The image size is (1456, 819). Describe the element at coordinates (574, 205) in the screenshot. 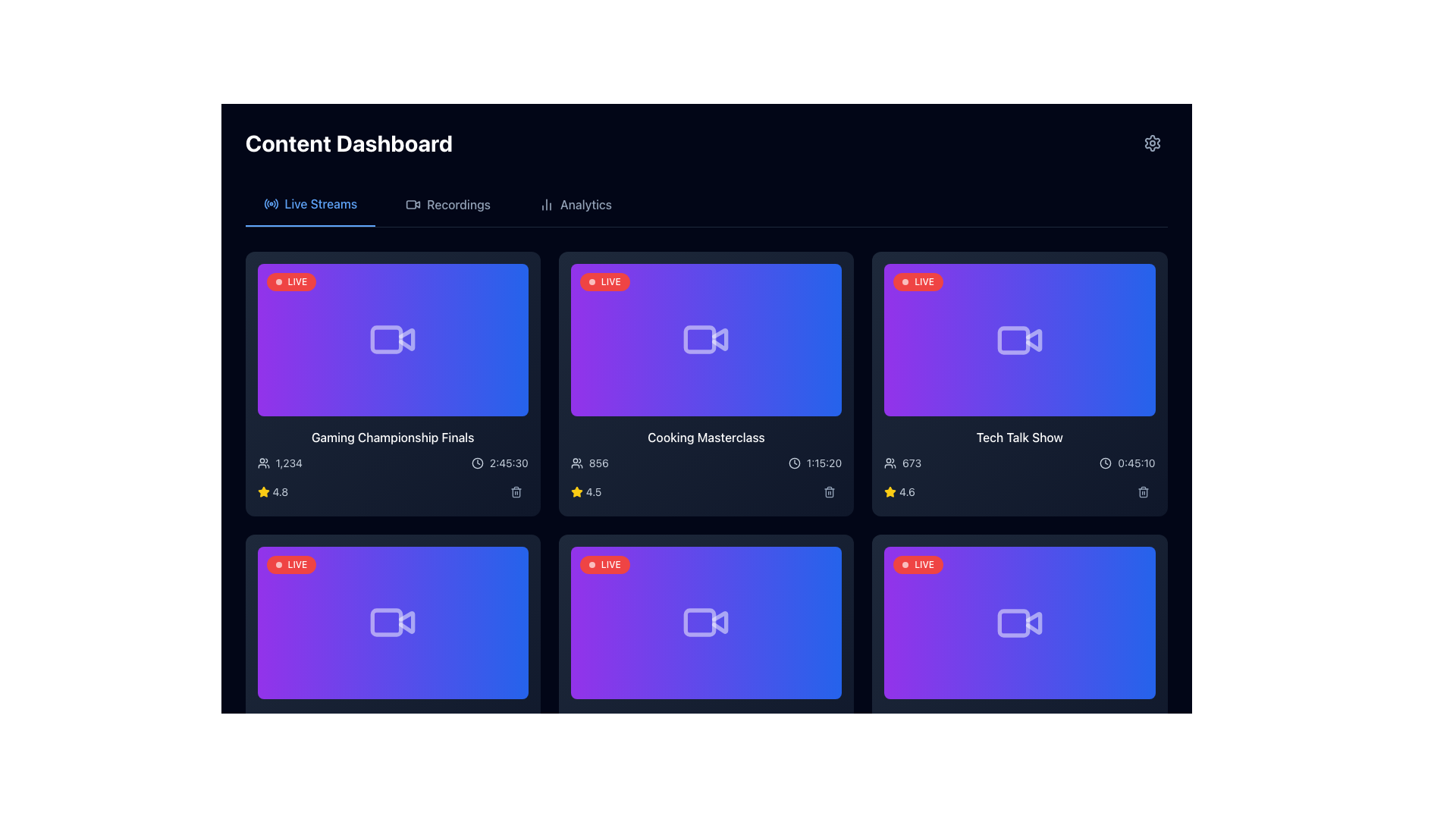

I see `the 'Analytics' navigation button` at that location.